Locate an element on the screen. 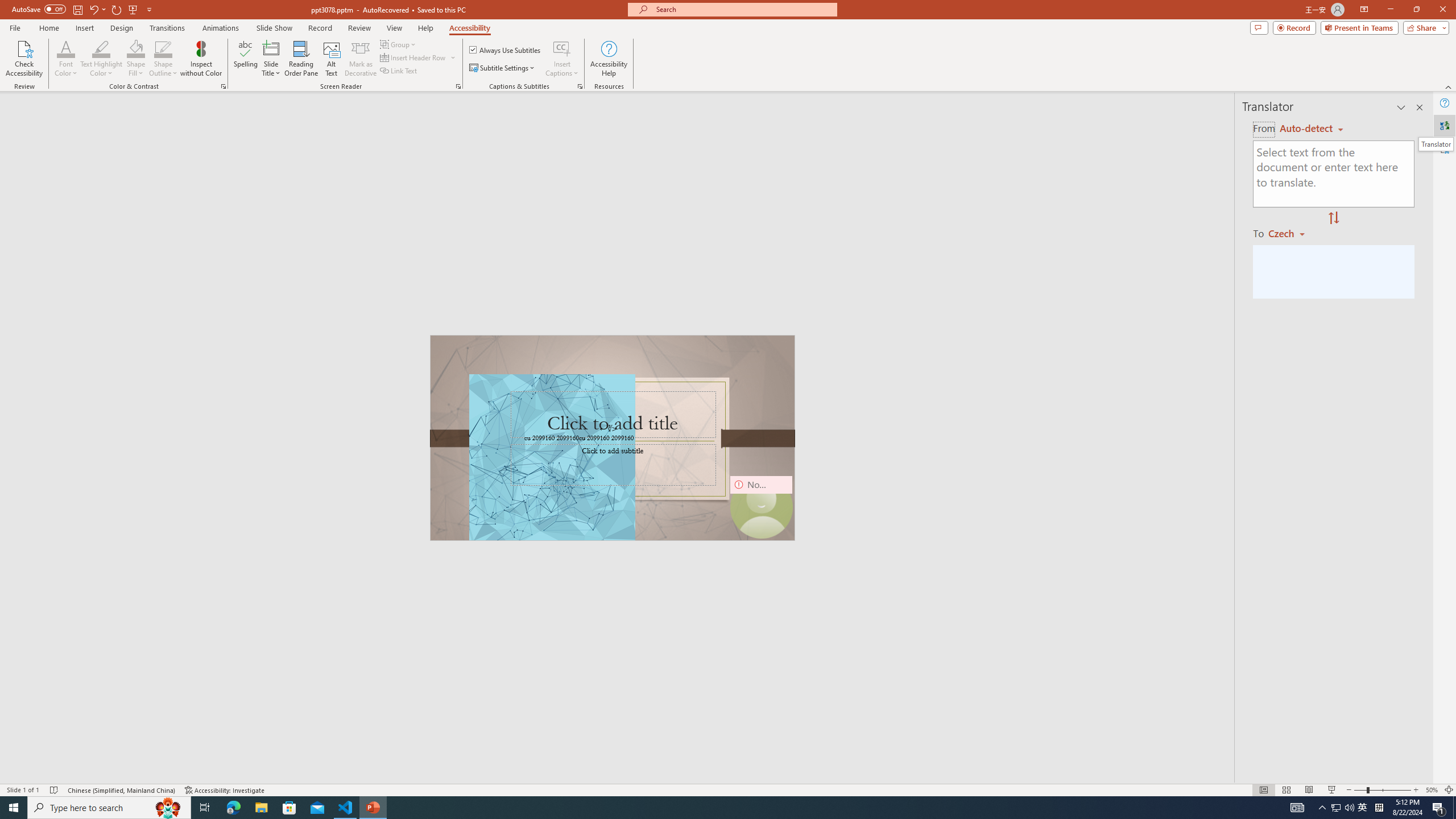 This screenshot has height=819, width=1456. 'Text Highlight Color' is located at coordinates (100, 48).